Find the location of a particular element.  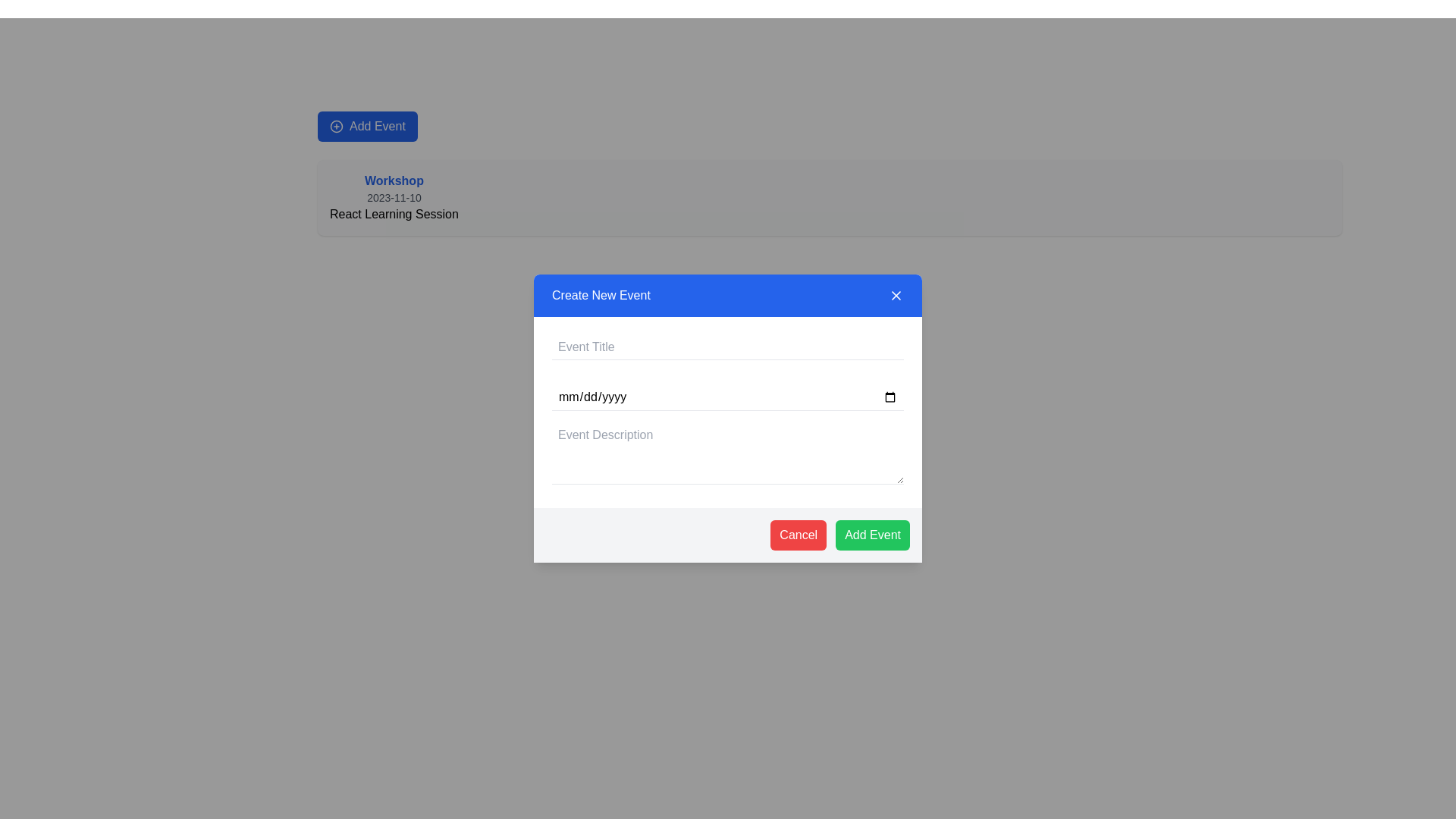

the 'Workshop' text label, which is displayed in bold blue text and positioned at the top of a text block containing session details is located at coordinates (394, 180).